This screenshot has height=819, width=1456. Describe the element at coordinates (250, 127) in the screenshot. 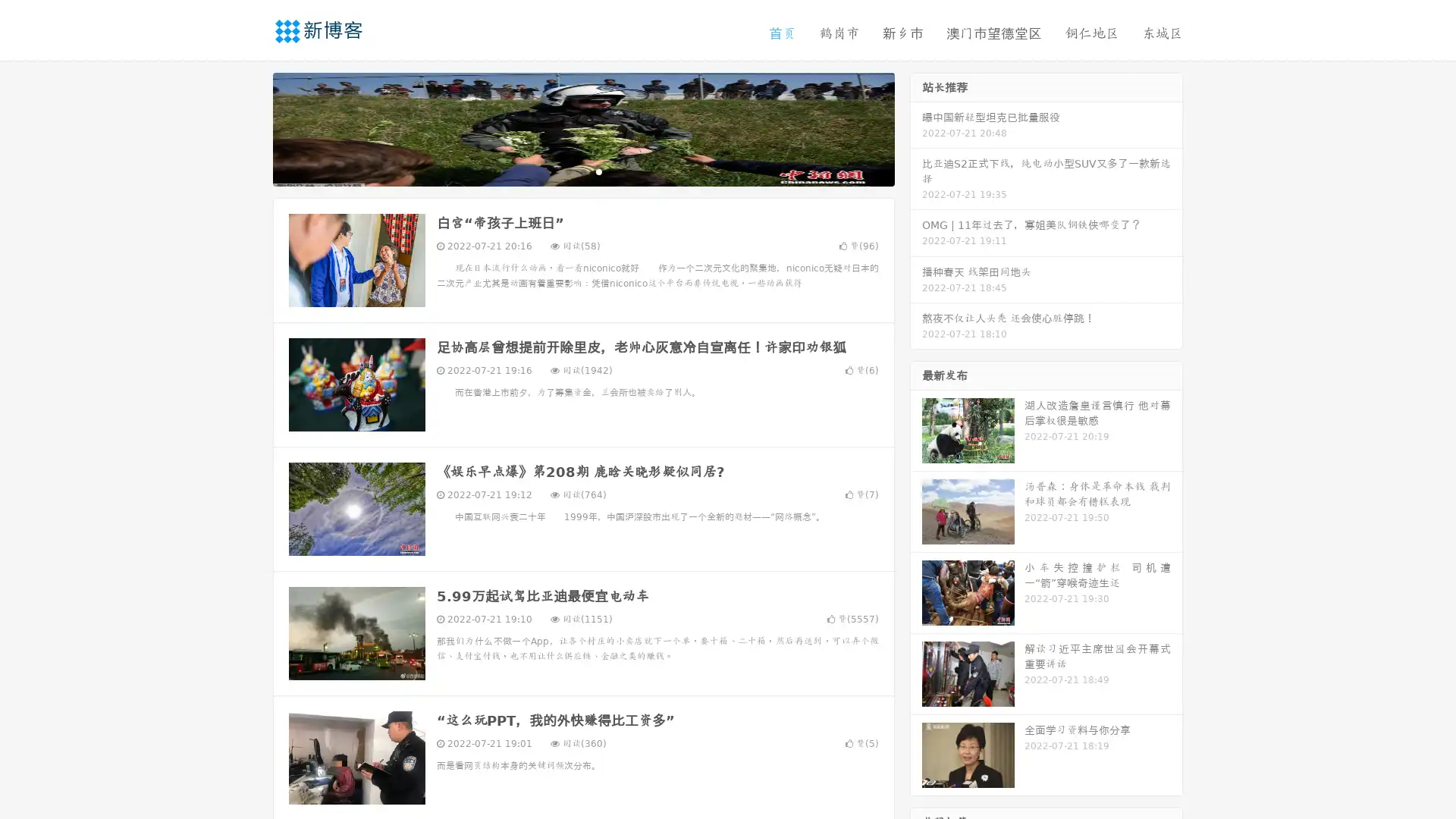

I see `Previous slide` at that location.